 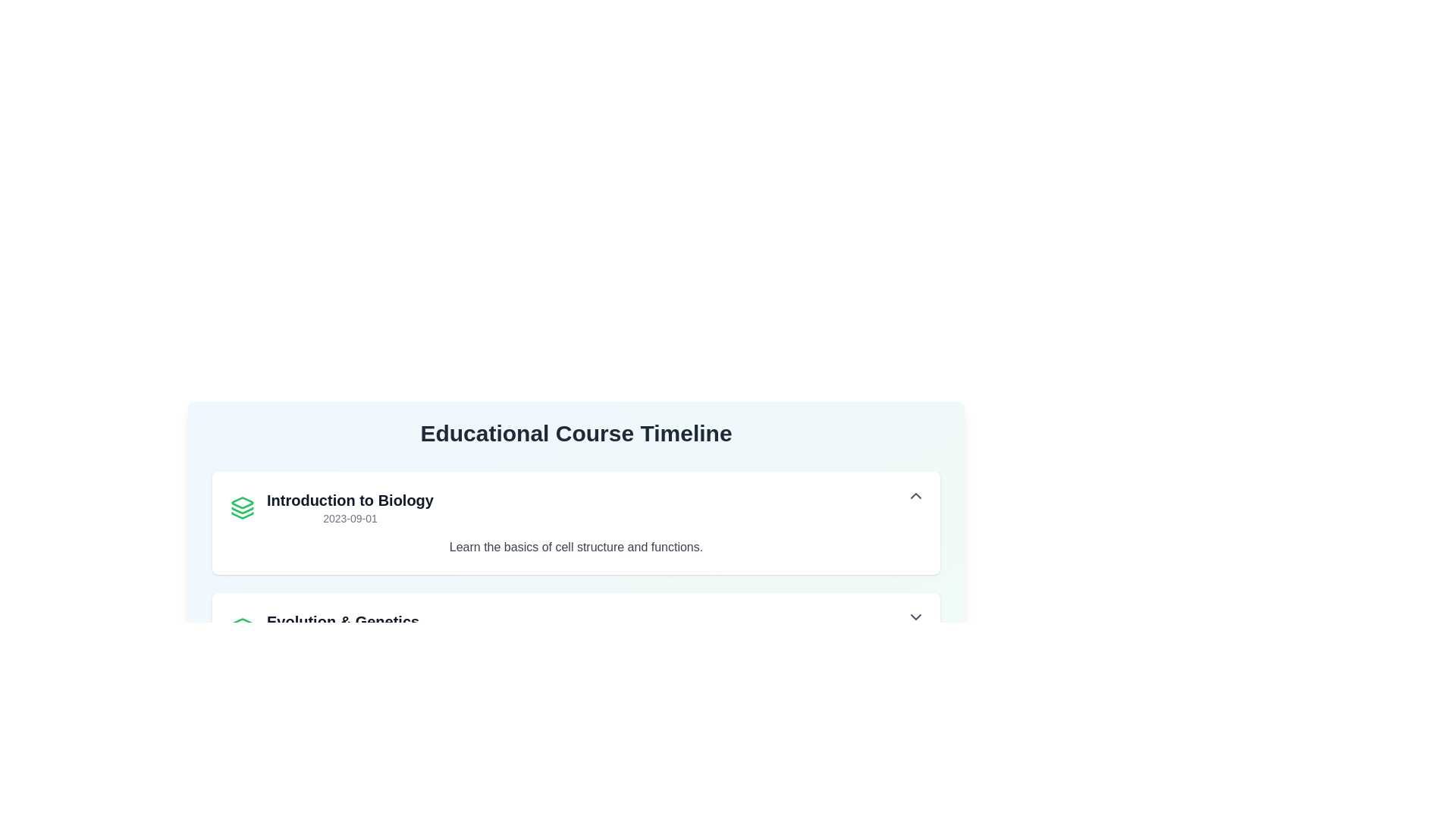 I want to click on the icon located to the left of the 'Evolution & Genetics 2023-10-01' section, which visually represents the theme of depth or complexity in genetics, so click(x=243, y=629).